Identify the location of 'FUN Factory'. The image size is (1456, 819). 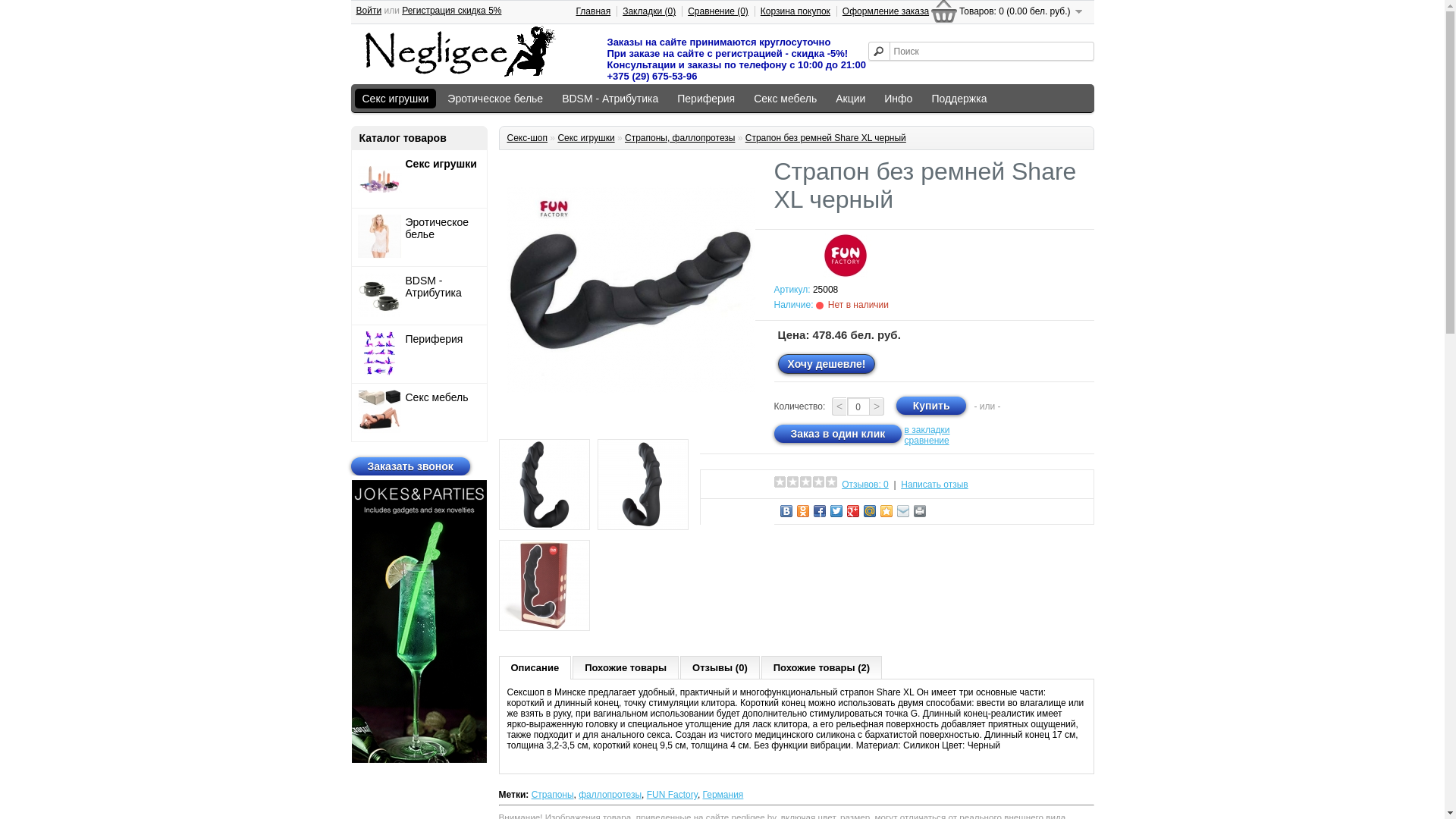
(671, 794).